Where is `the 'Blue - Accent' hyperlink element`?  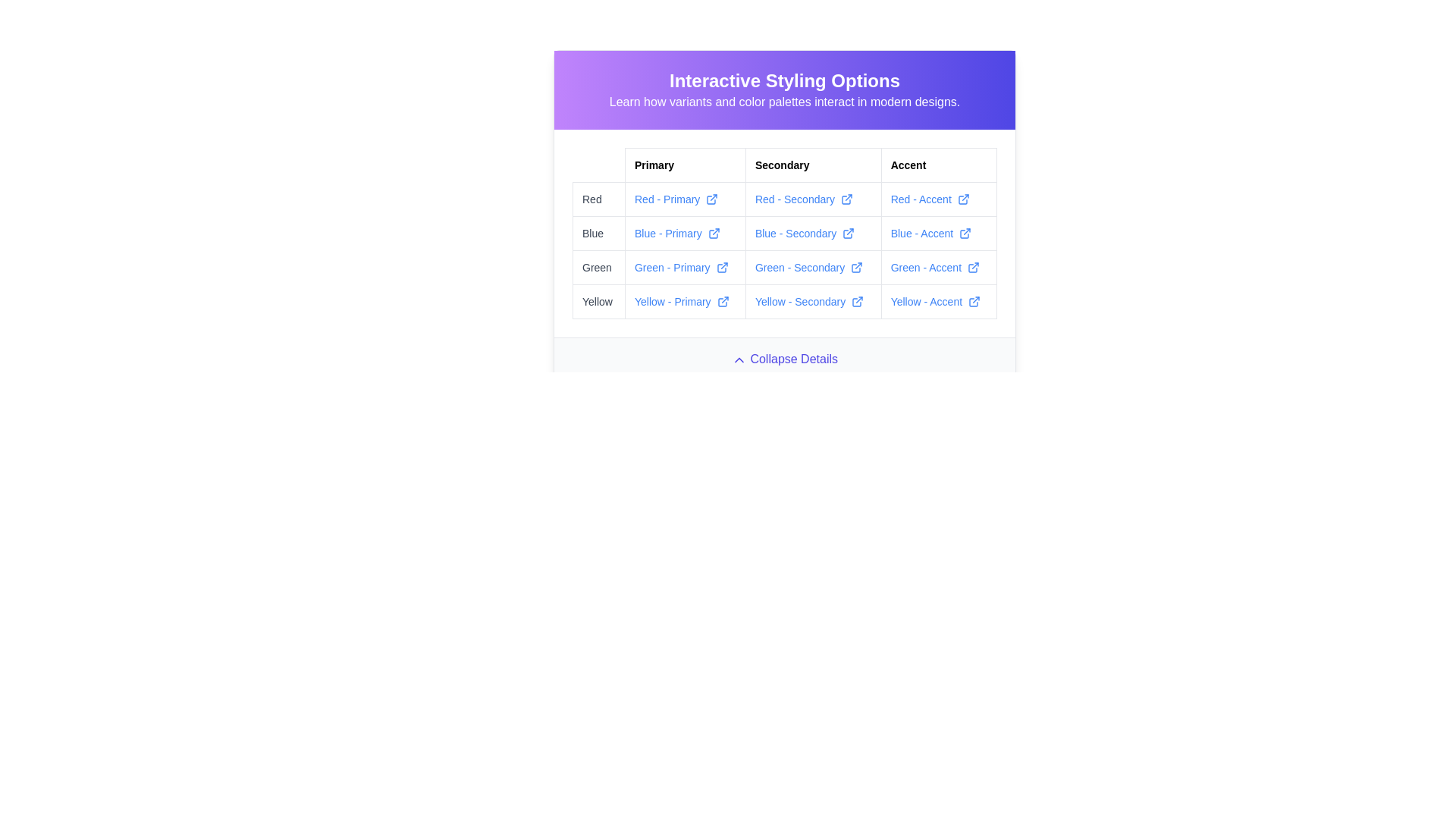
the 'Blue - Accent' hyperlink element is located at coordinates (930, 234).